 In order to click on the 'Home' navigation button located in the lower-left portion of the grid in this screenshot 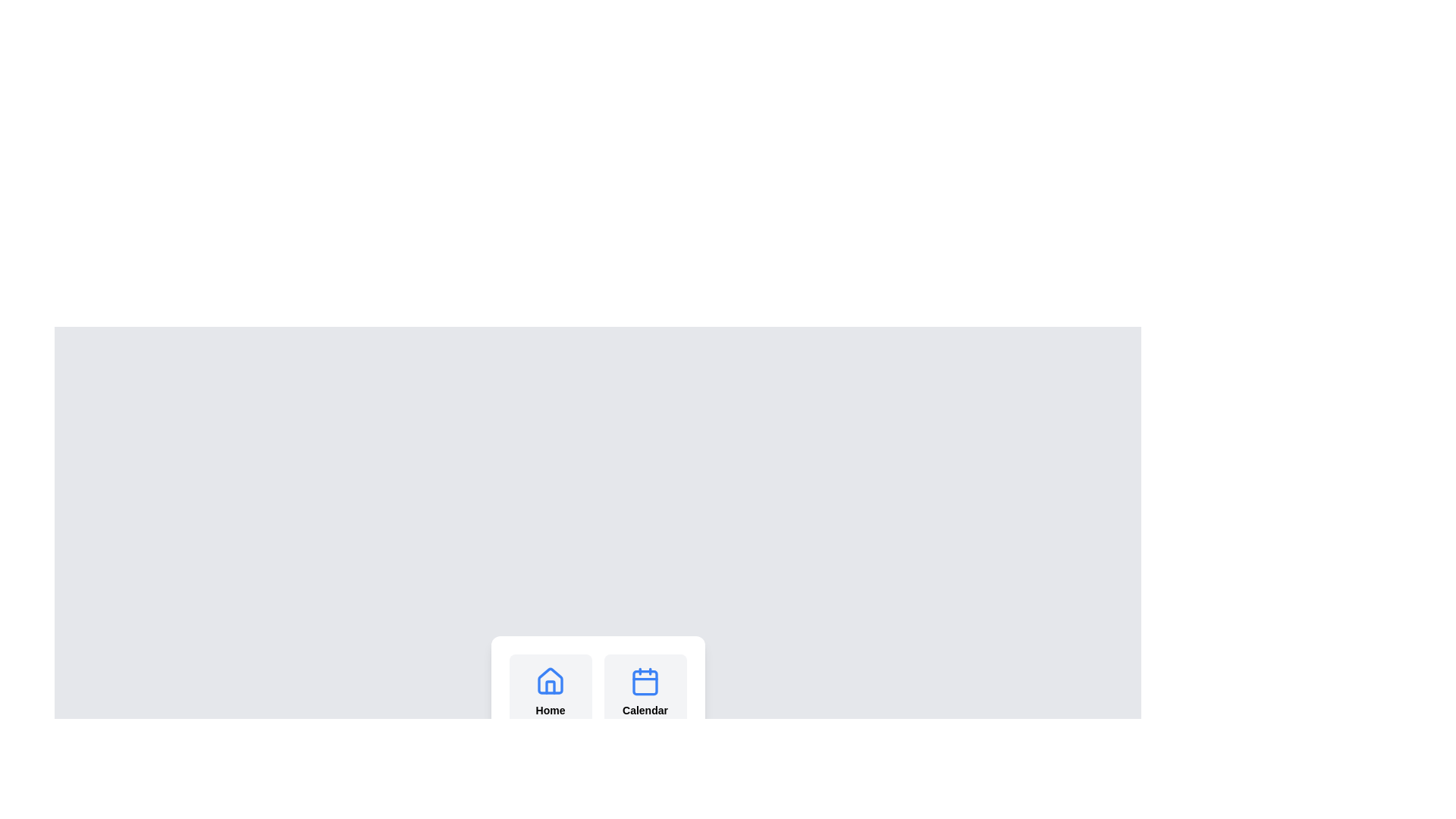, I will do `click(549, 692)`.